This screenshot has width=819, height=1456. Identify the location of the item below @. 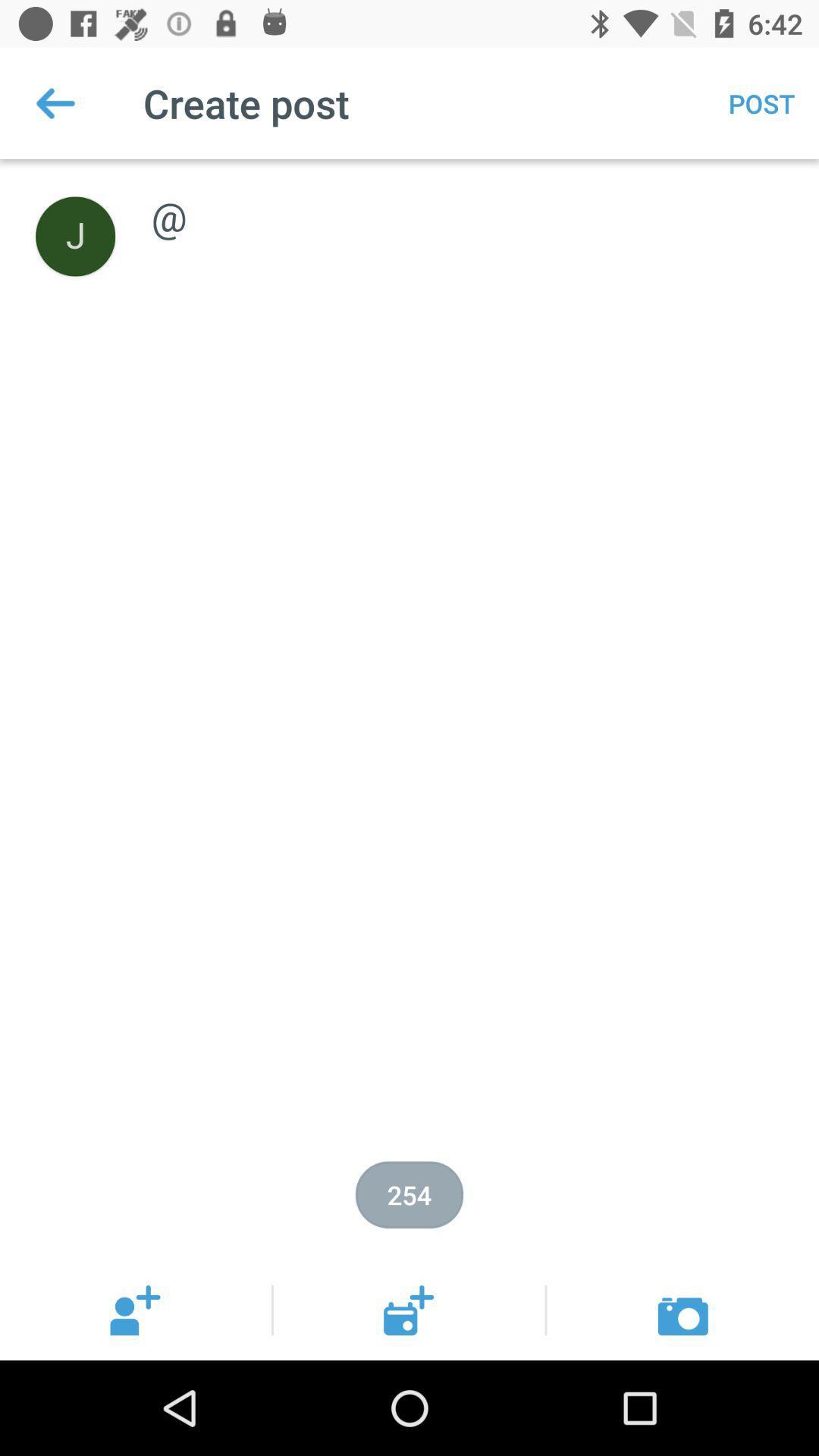
(409, 1194).